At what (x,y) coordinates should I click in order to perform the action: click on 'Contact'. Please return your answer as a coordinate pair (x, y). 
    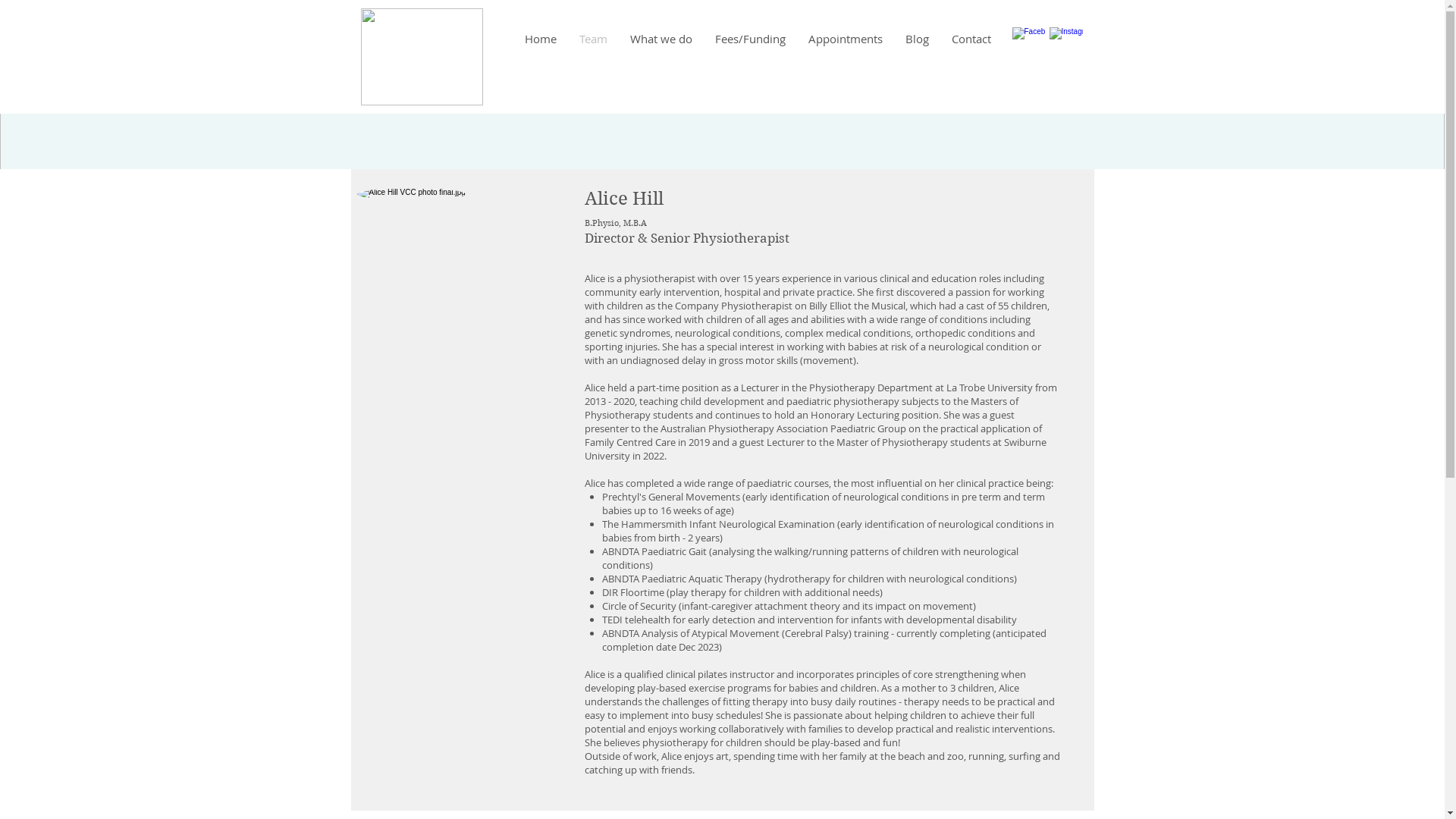
    Looking at the image, I should click on (971, 37).